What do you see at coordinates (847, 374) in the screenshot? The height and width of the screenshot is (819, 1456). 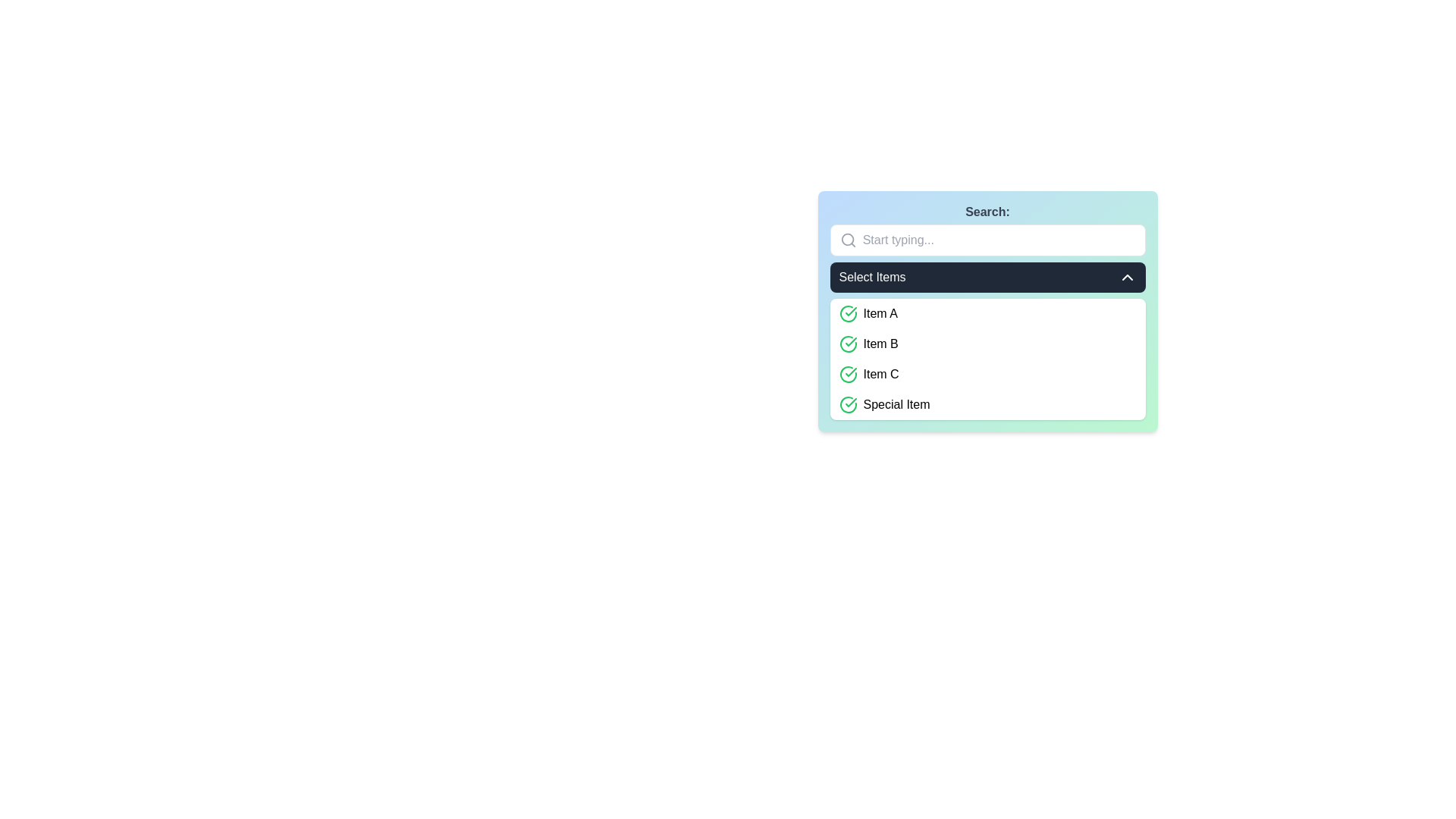 I see `the circular checkmark icon in the dropdown menu, which is styled in green and located near the text 'Item B'` at bounding box center [847, 374].